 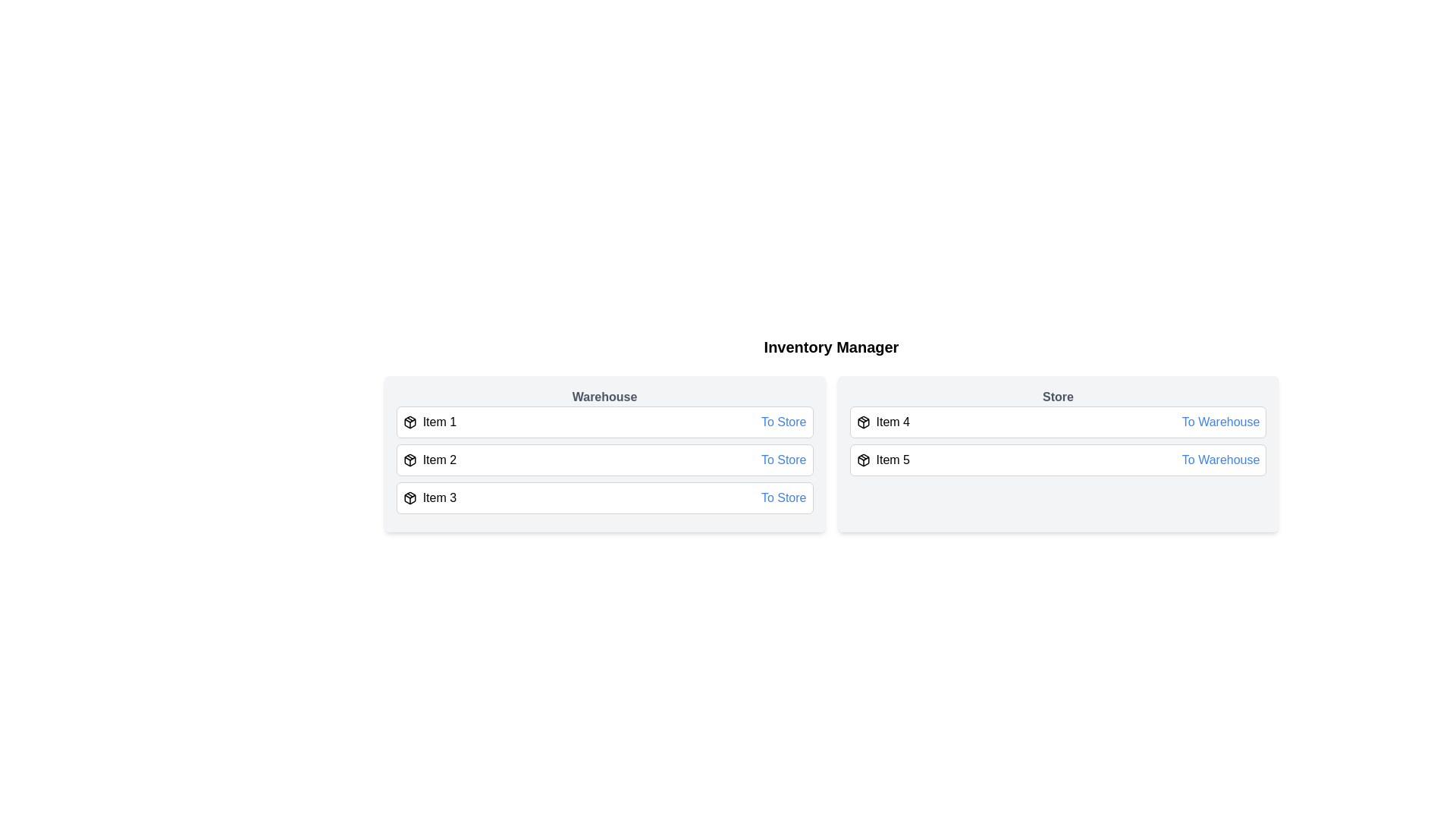 I want to click on the button to transfer Item 5 from Store to <destination>, so click(x=1221, y=459).